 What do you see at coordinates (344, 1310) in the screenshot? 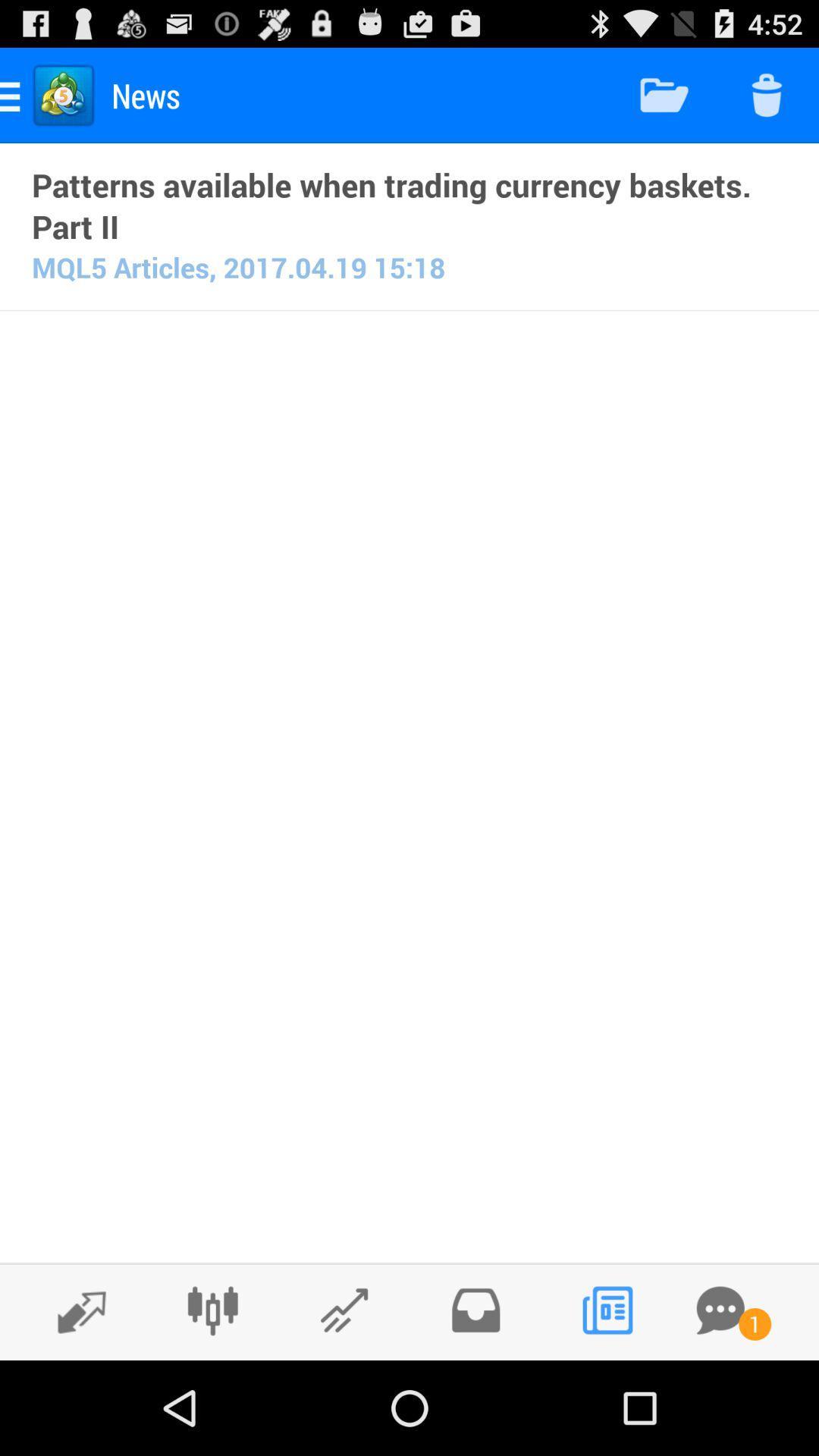
I see `stock market updates` at bounding box center [344, 1310].